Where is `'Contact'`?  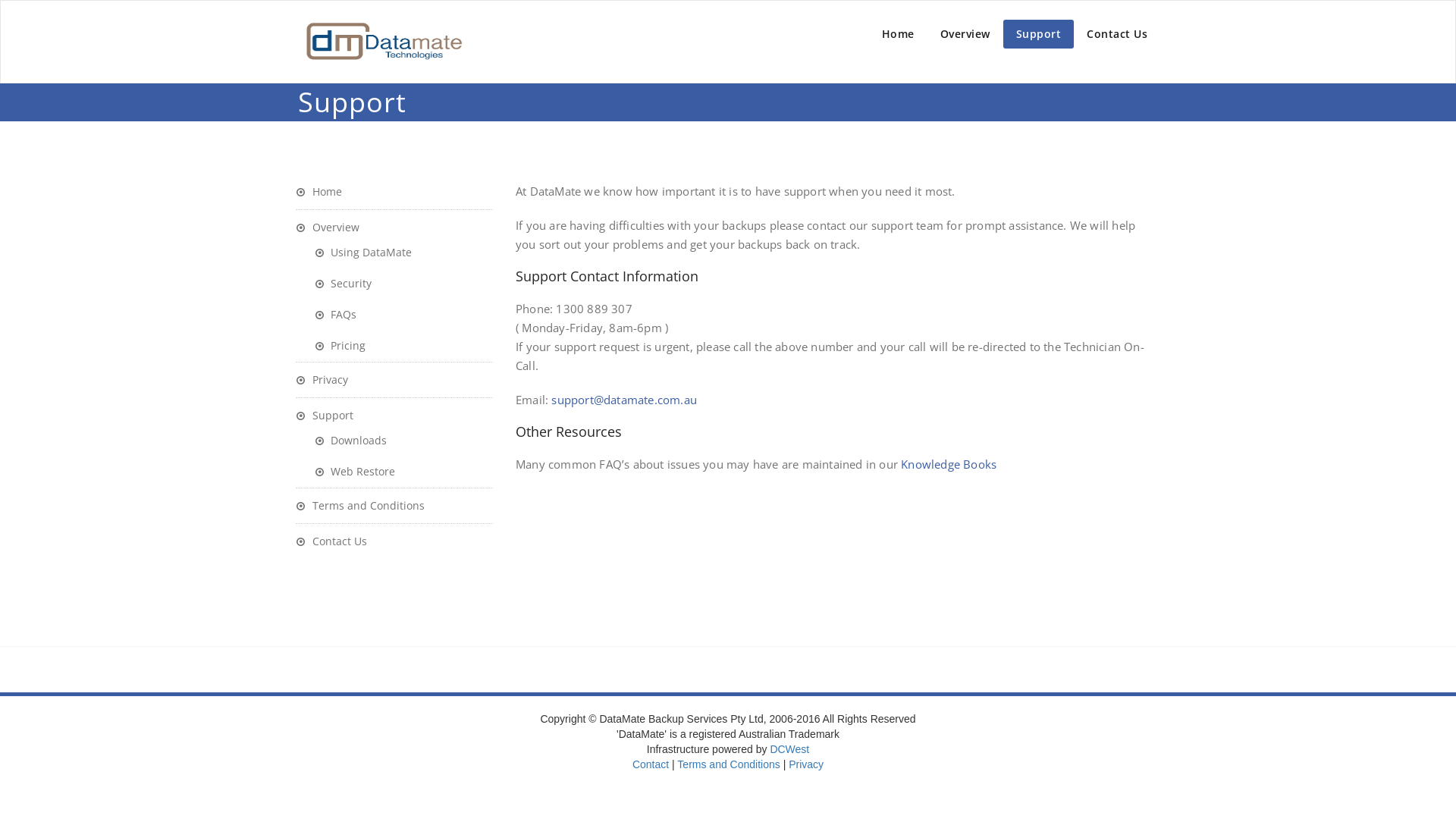
'Contact' is located at coordinates (632, 764).